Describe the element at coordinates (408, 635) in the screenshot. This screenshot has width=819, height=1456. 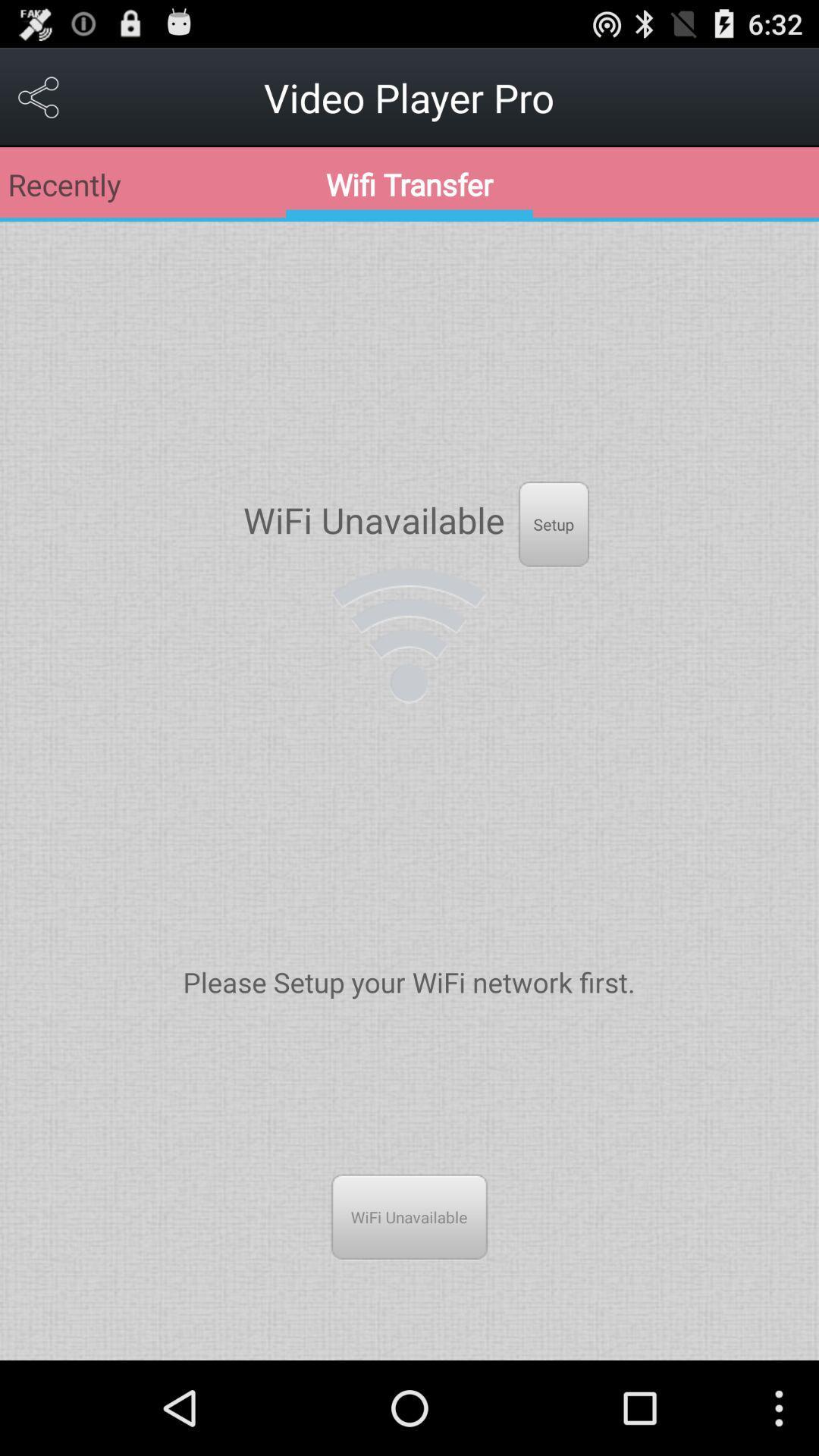
I see `the icon above please setup your app` at that location.